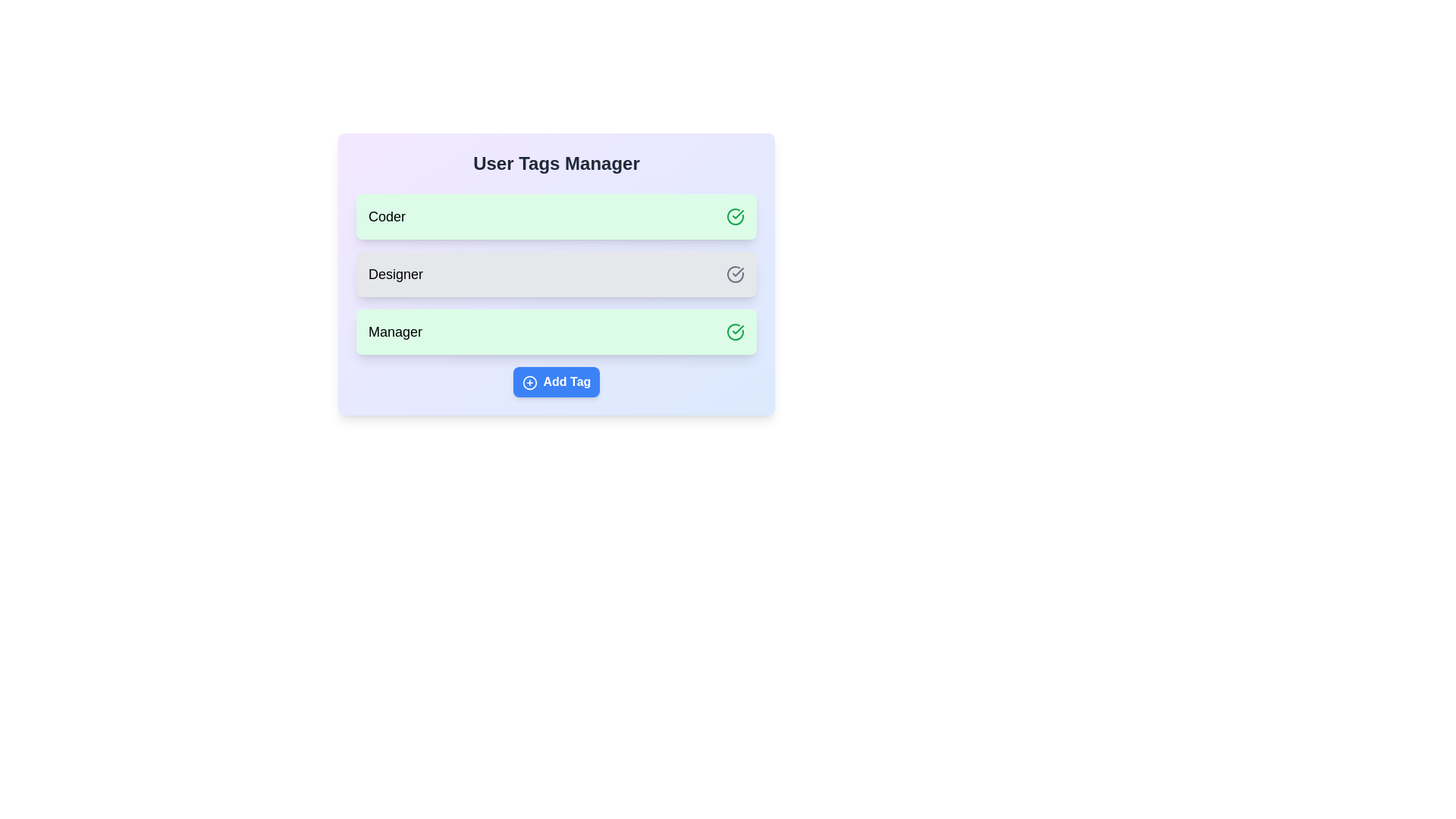 This screenshot has height=819, width=1456. Describe the element at coordinates (556, 381) in the screenshot. I see `'Add Tag' button to add a new tag to the list` at that location.